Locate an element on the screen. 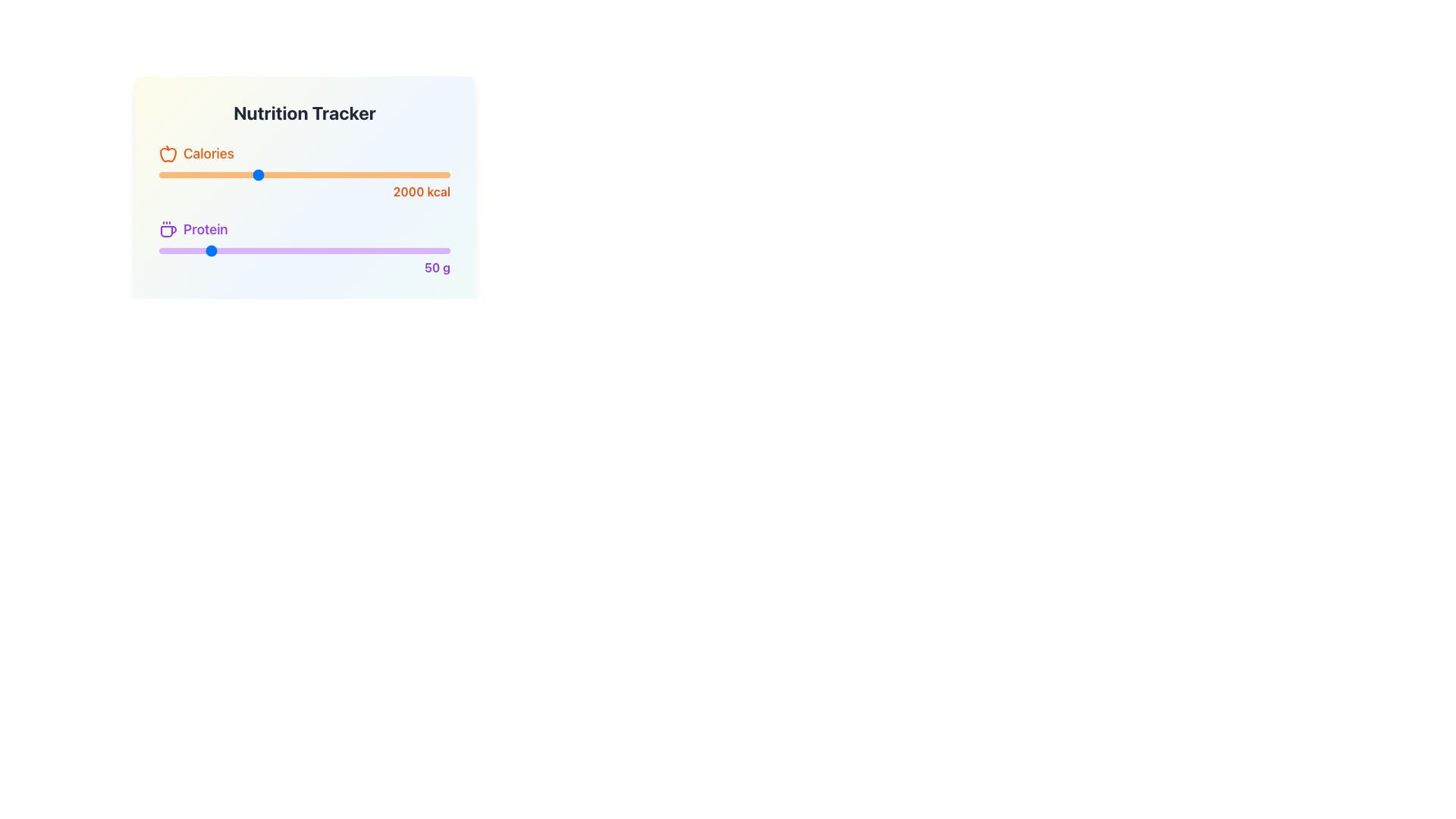  calorie intake is located at coordinates (209, 171).